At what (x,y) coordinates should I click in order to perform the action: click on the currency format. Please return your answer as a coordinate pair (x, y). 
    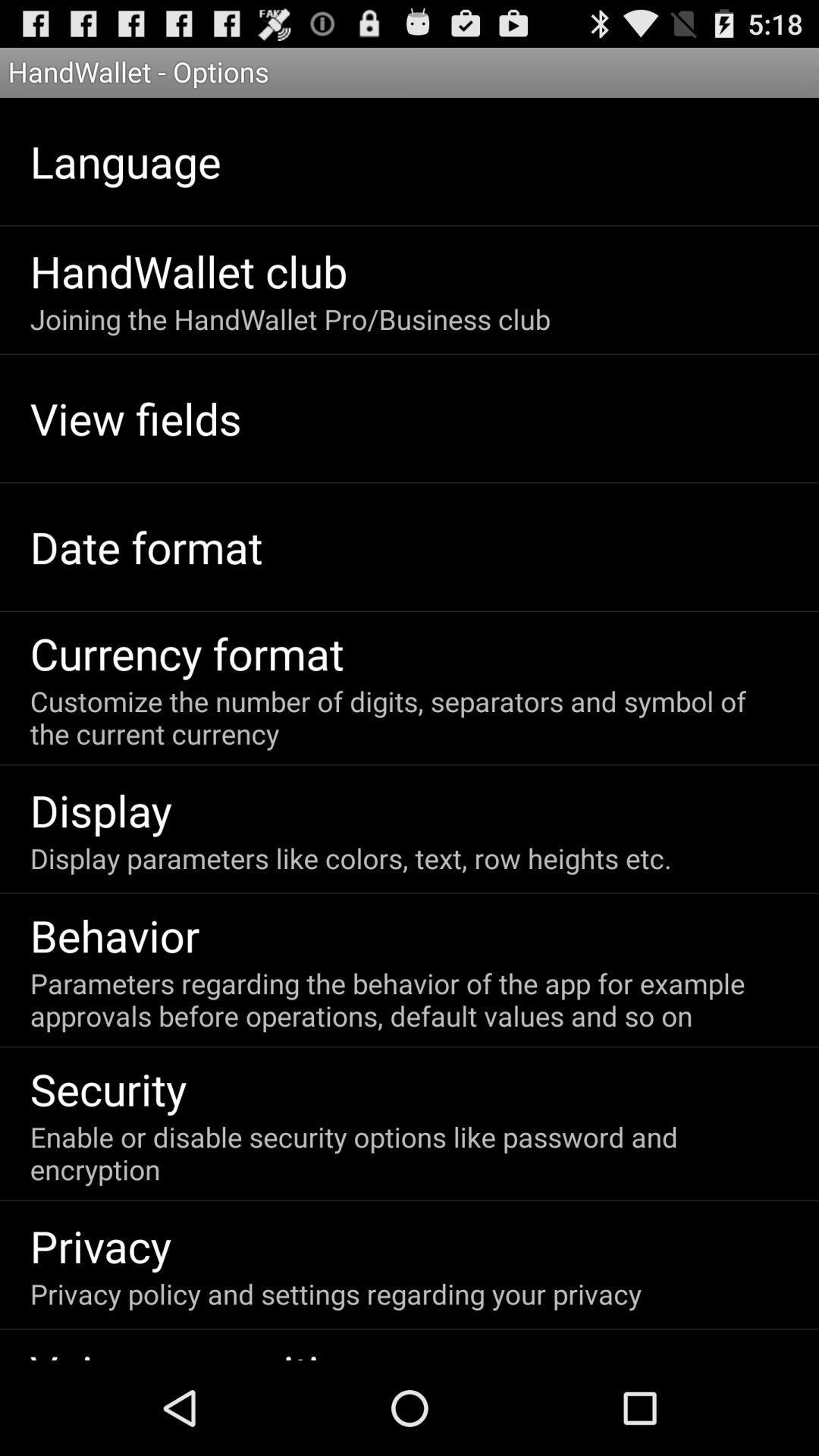
    Looking at the image, I should click on (186, 653).